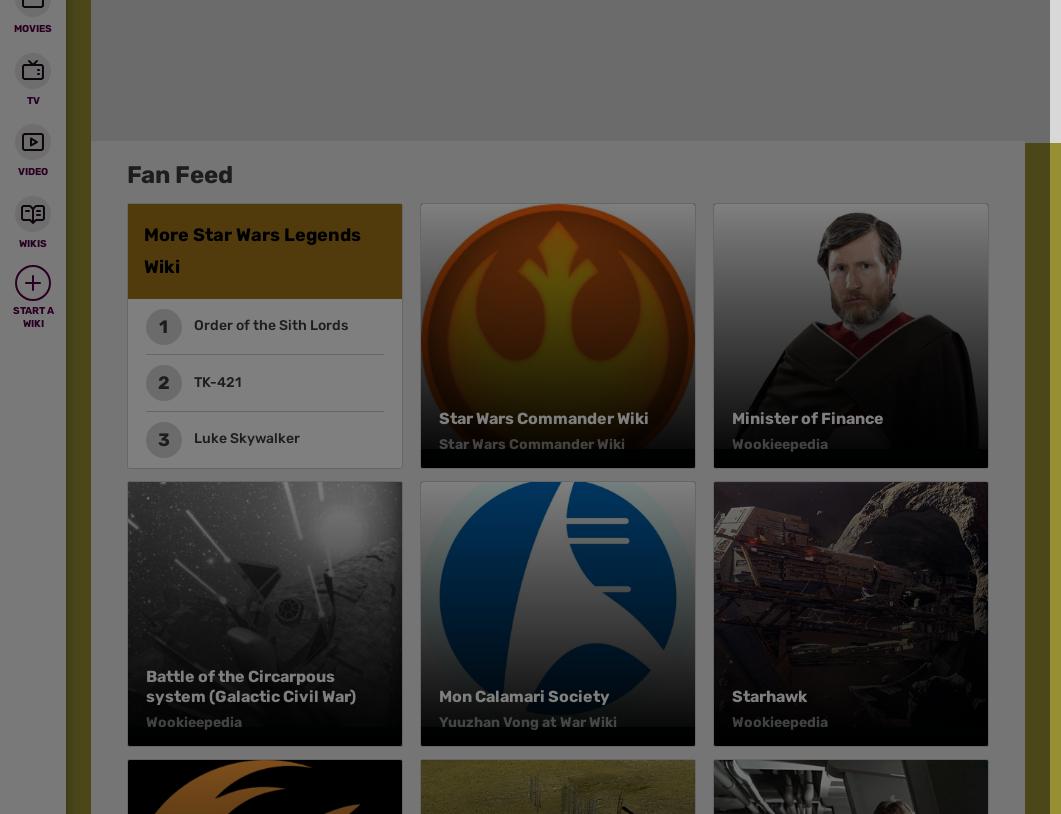  What do you see at coordinates (114, 97) in the screenshot?
I see `'Muthead'` at bounding box center [114, 97].